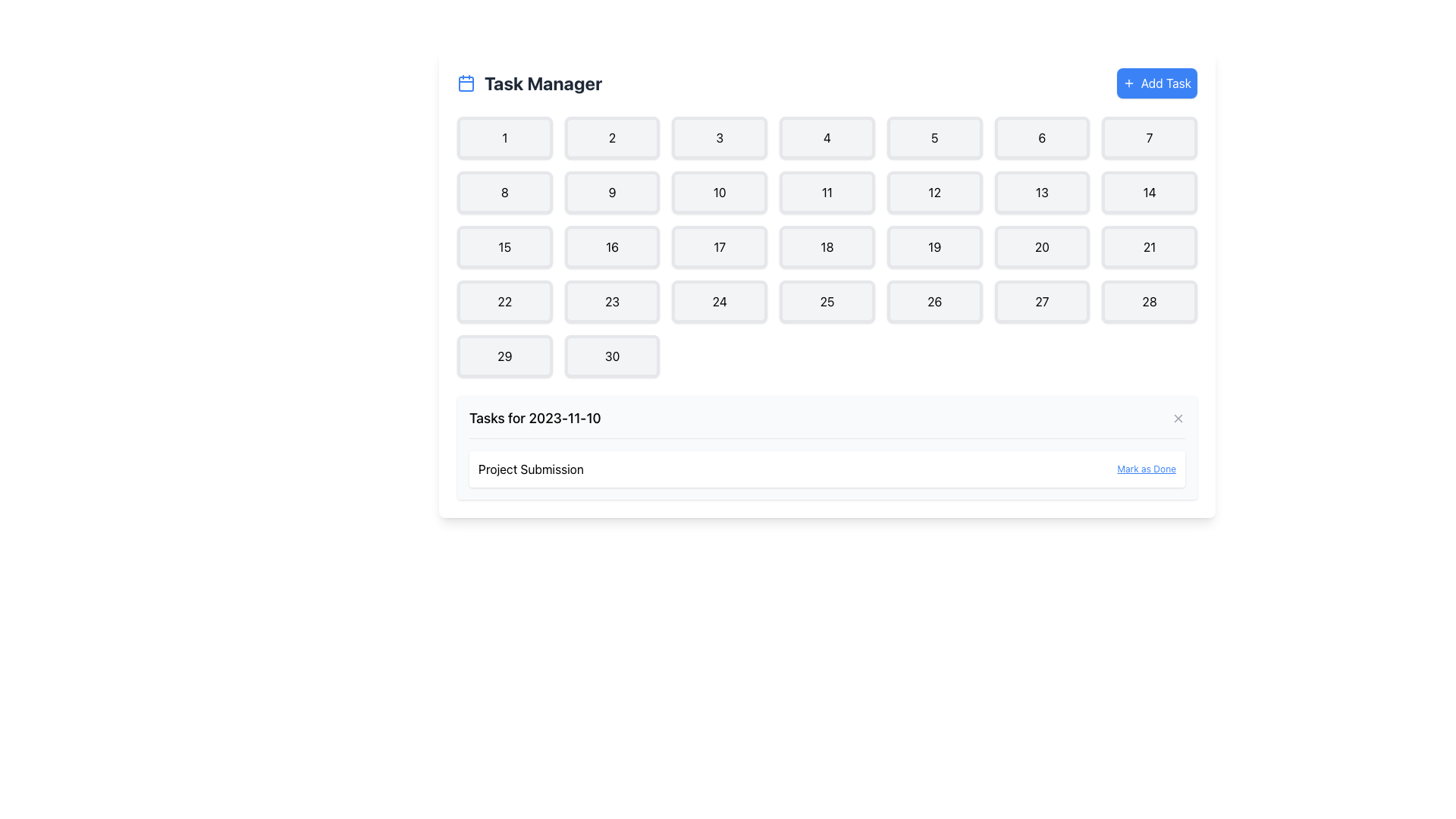 The width and height of the screenshot is (1456, 819). What do you see at coordinates (504, 137) in the screenshot?
I see `the button representing the date '1' in the calendar interface` at bounding box center [504, 137].